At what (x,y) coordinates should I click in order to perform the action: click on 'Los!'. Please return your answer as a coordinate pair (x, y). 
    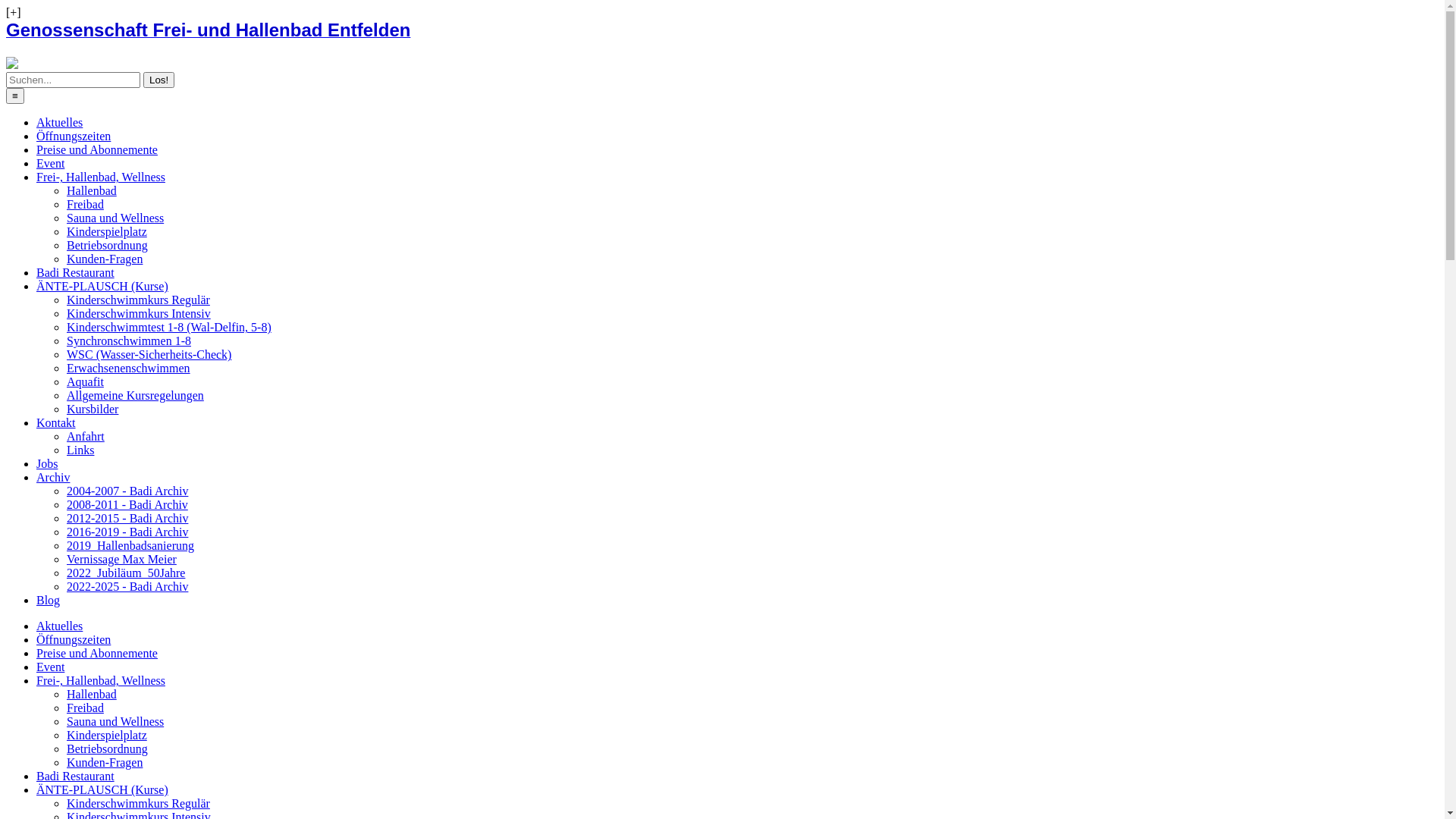
    Looking at the image, I should click on (158, 80).